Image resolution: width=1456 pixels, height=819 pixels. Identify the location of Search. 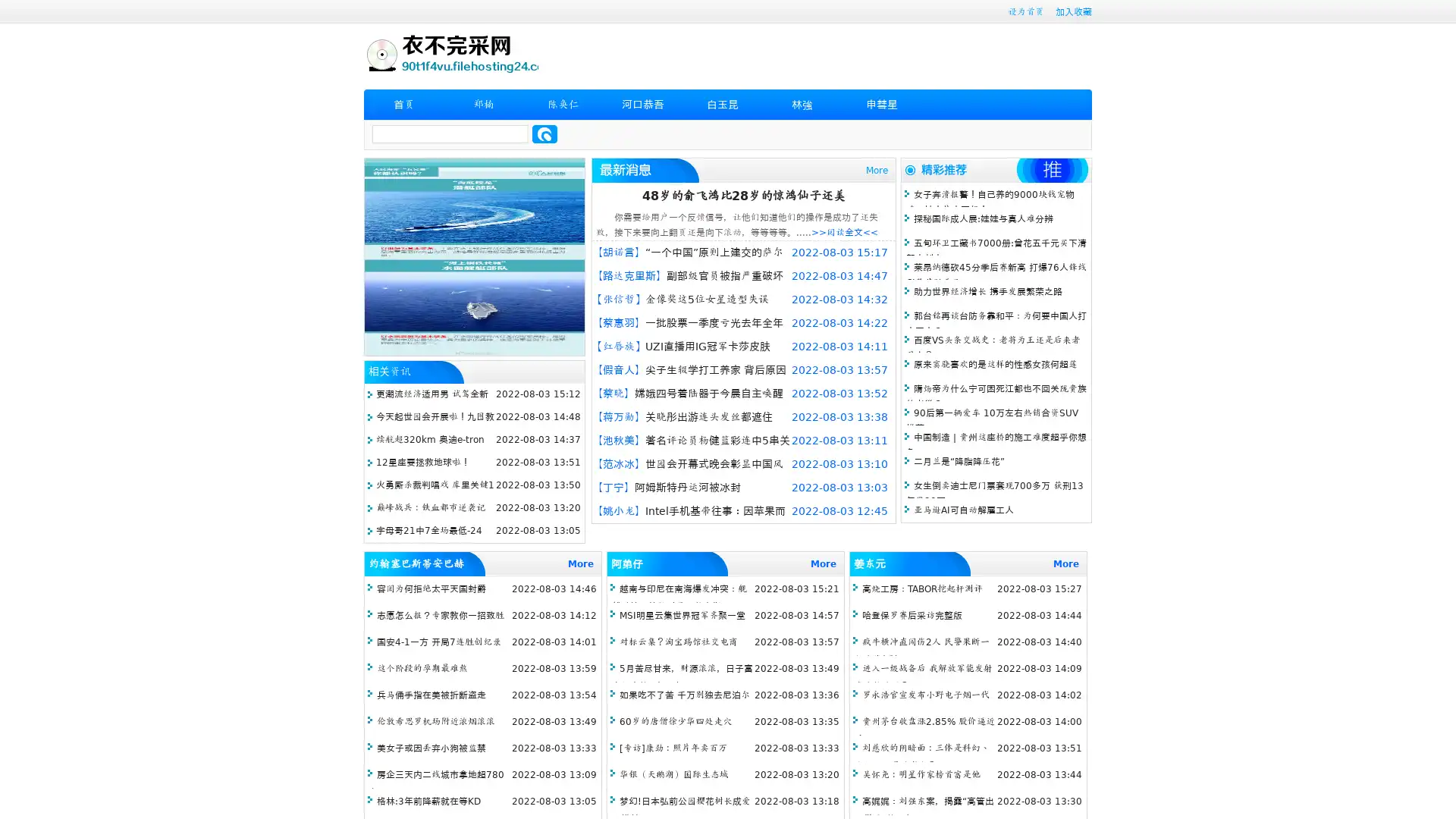
(544, 133).